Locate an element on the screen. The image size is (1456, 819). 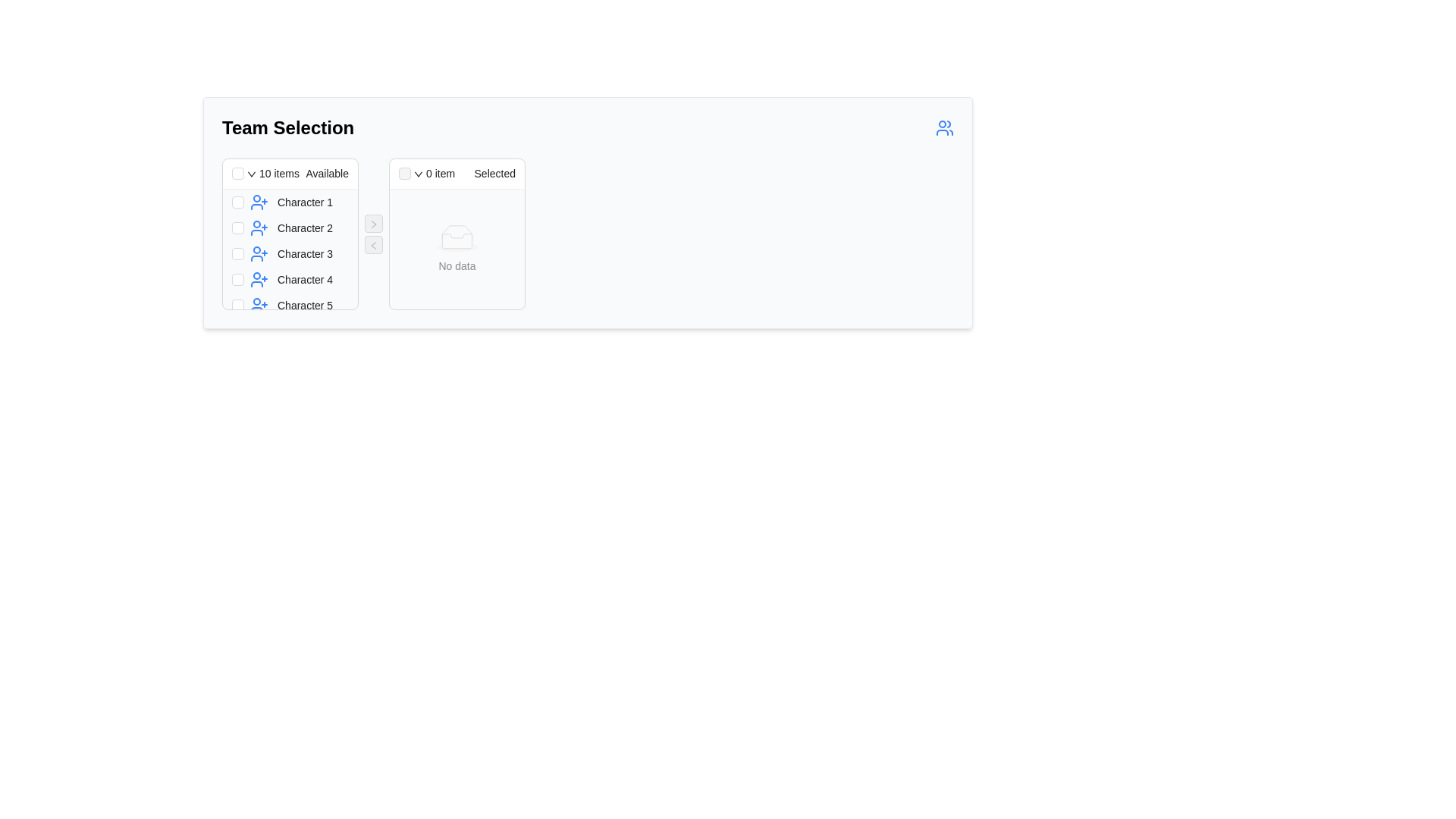
the 'Selected' section of the Transfer widget, which indicates that no items are selected, located on the right side of the layout is located at coordinates (457, 234).